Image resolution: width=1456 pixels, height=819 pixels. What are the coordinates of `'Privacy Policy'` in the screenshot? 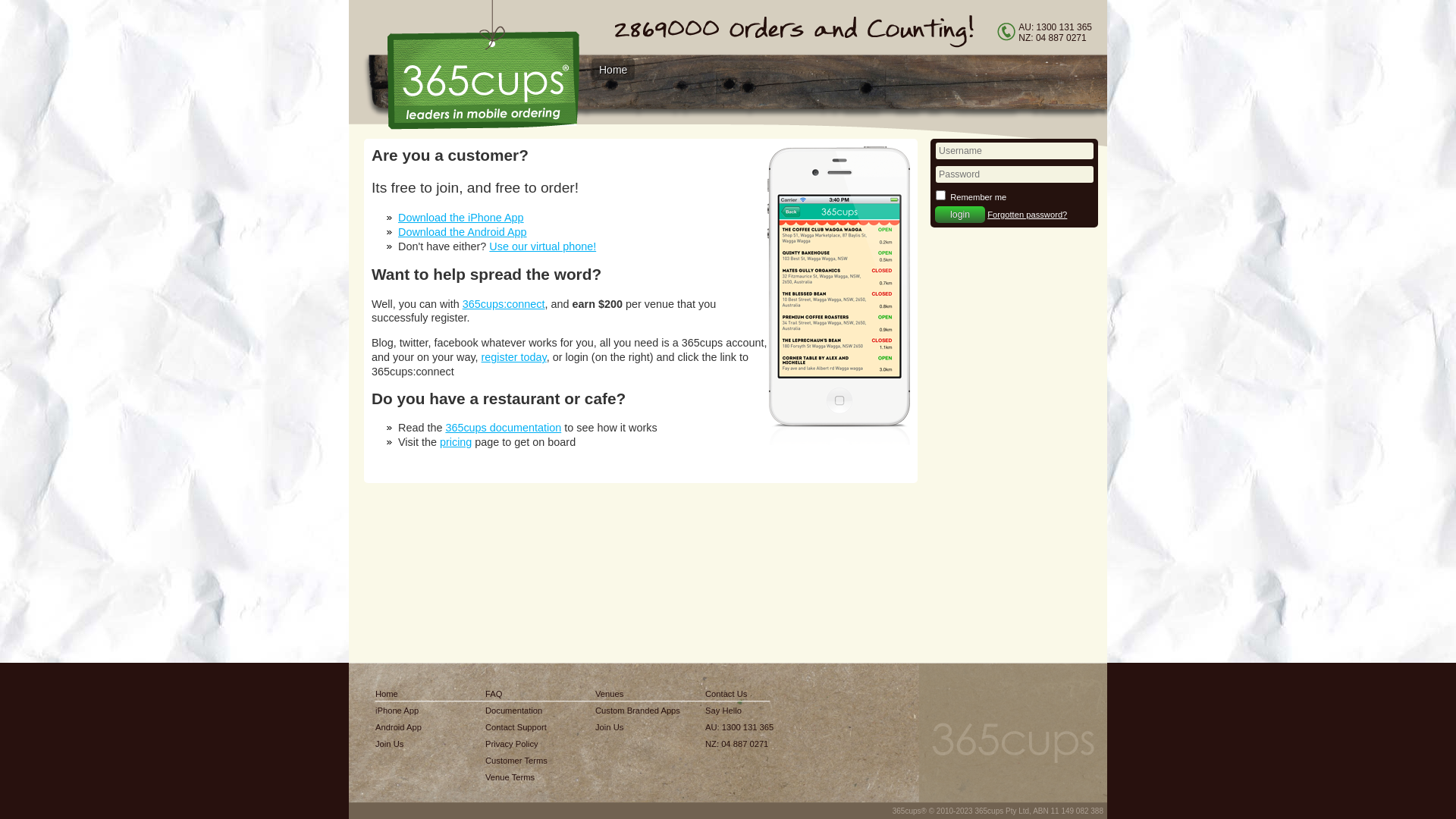 It's located at (516, 742).